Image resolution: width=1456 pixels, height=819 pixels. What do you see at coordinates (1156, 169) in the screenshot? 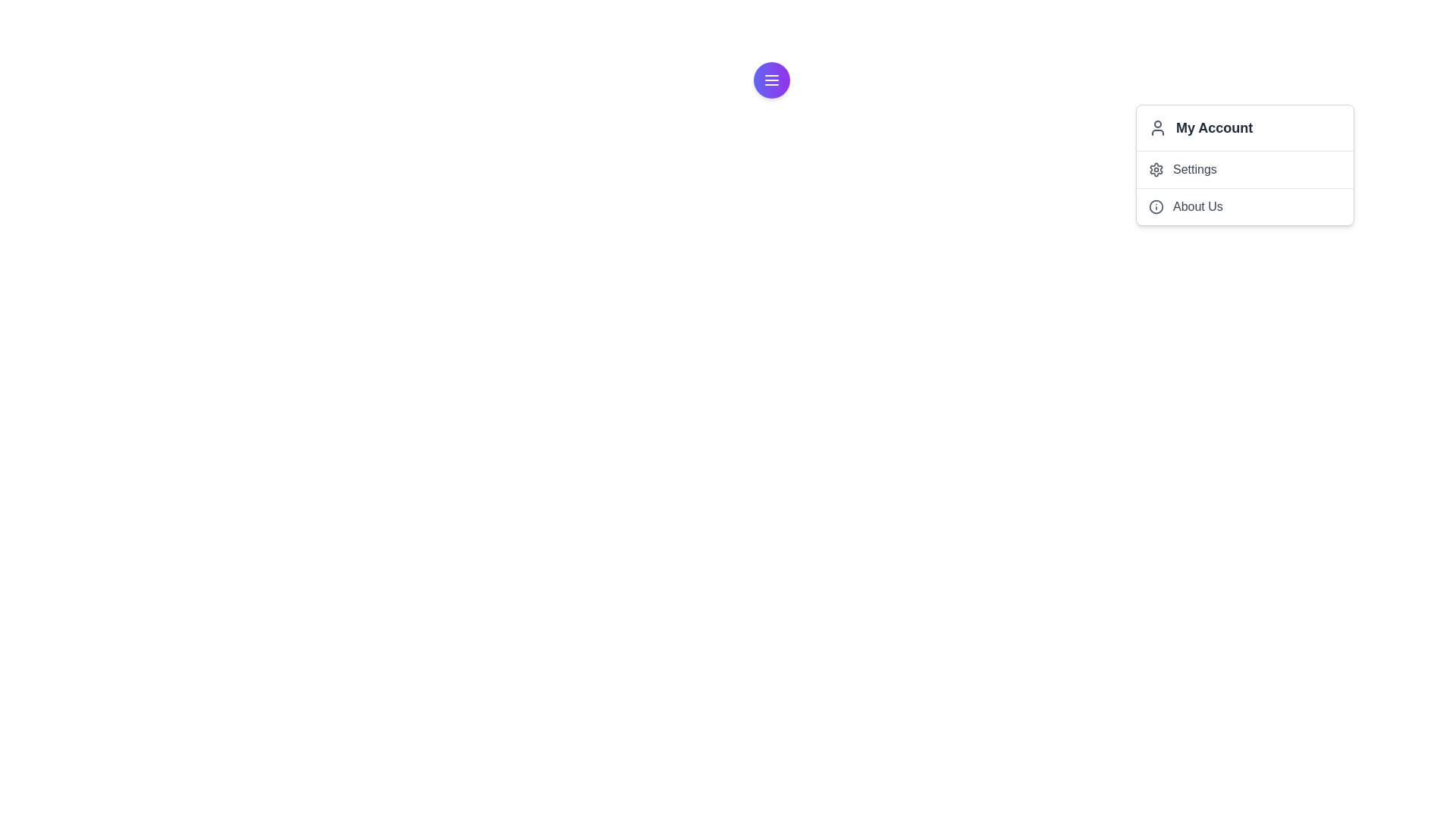
I see `the gear icon in the dropdown menu under 'My Account'` at bounding box center [1156, 169].